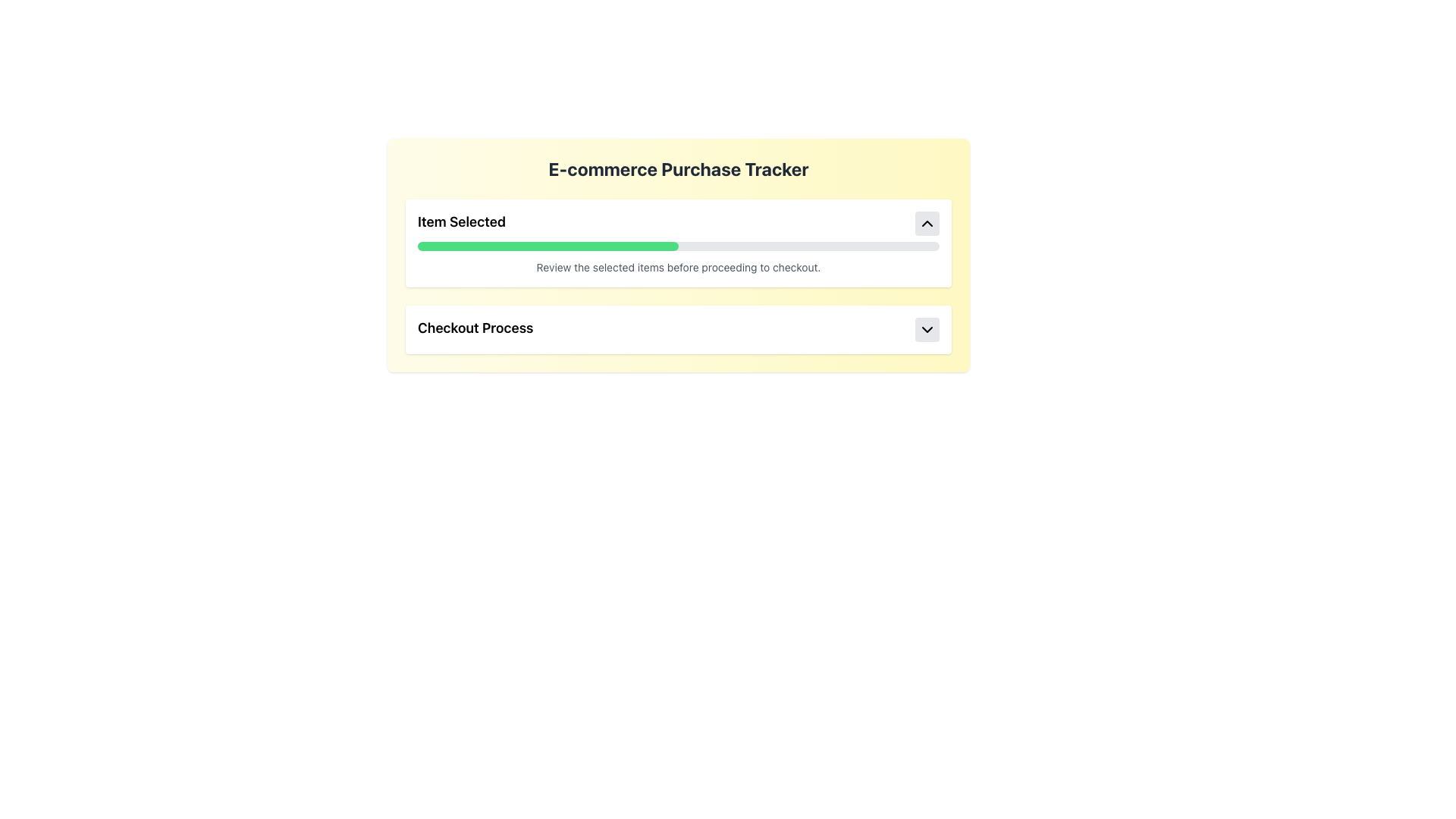 The height and width of the screenshot is (819, 1456). Describe the element at coordinates (927, 223) in the screenshot. I see `the icon located within the rounded rectangular button at the far right of the progress bar, which is used to collapse or hide content` at that location.